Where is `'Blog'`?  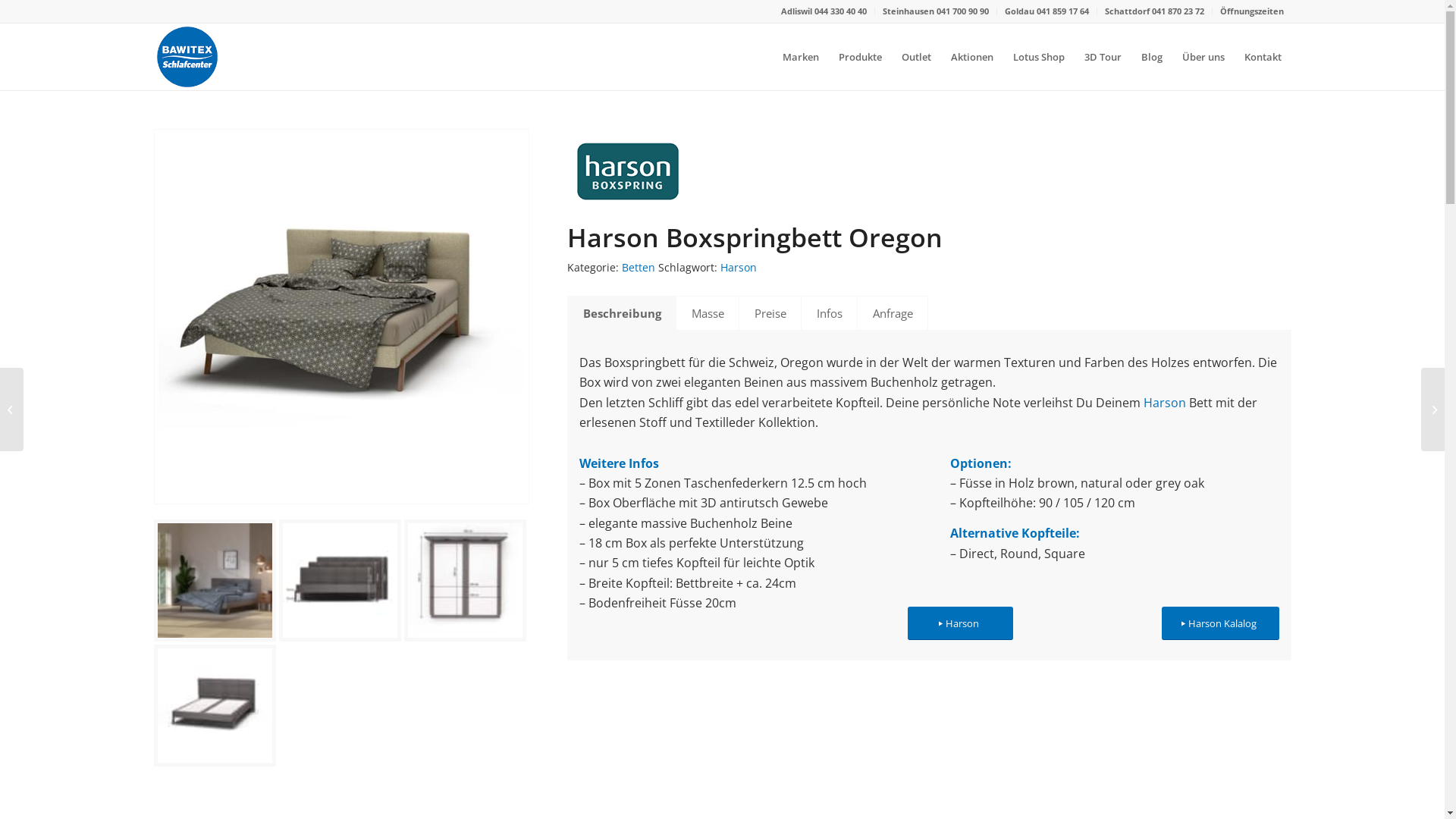 'Blog' is located at coordinates (1151, 55).